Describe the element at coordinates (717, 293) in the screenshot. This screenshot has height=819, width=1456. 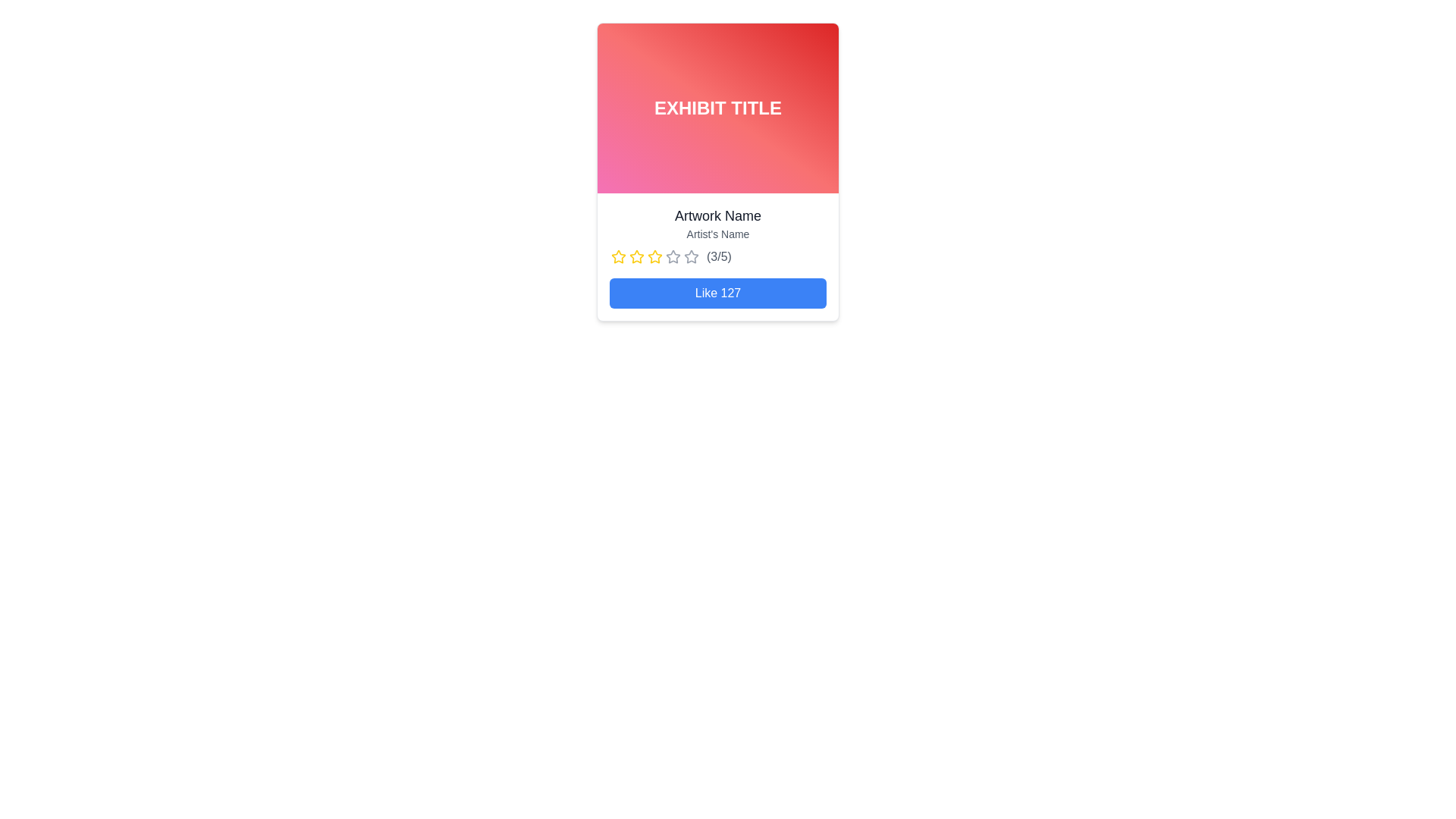
I see `the 'Like 127' button, which is a rectangular button with a blue background and rounded corners located at the bottom of the card layout` at that location.